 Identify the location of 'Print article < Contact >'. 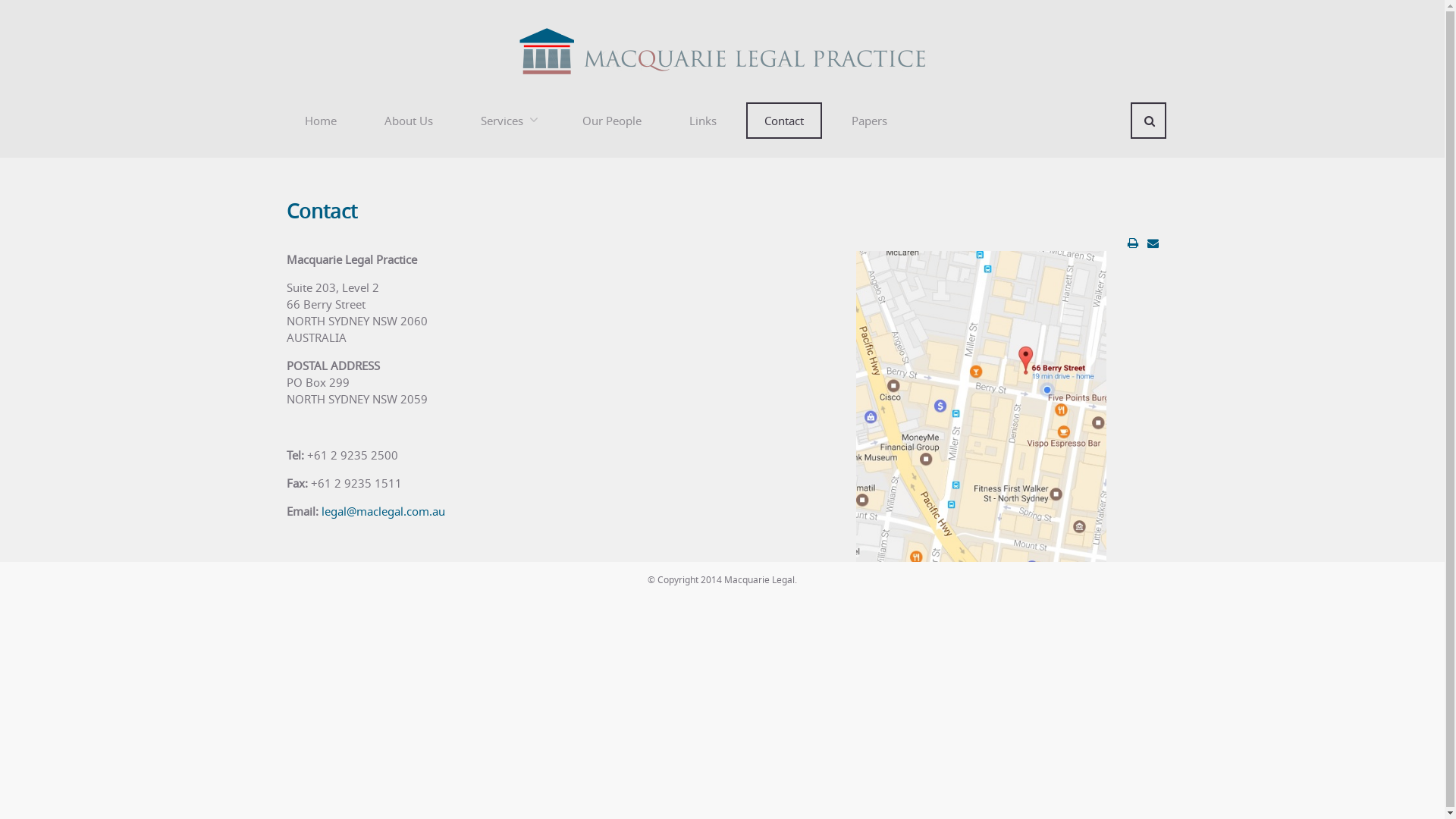
(1131, 242).